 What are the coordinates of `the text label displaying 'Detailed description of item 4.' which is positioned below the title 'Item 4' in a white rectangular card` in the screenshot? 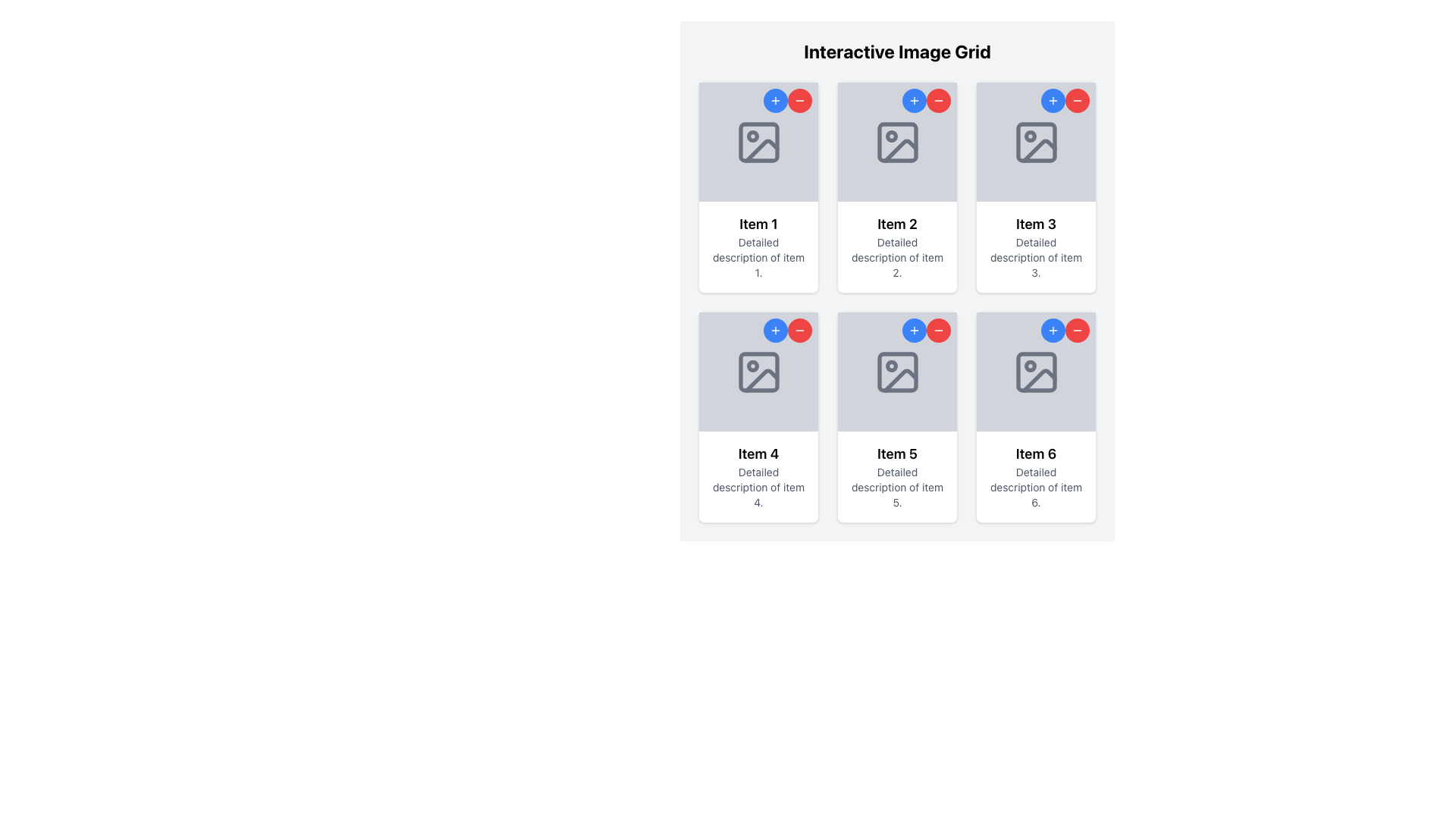 It's located at (758, 488).